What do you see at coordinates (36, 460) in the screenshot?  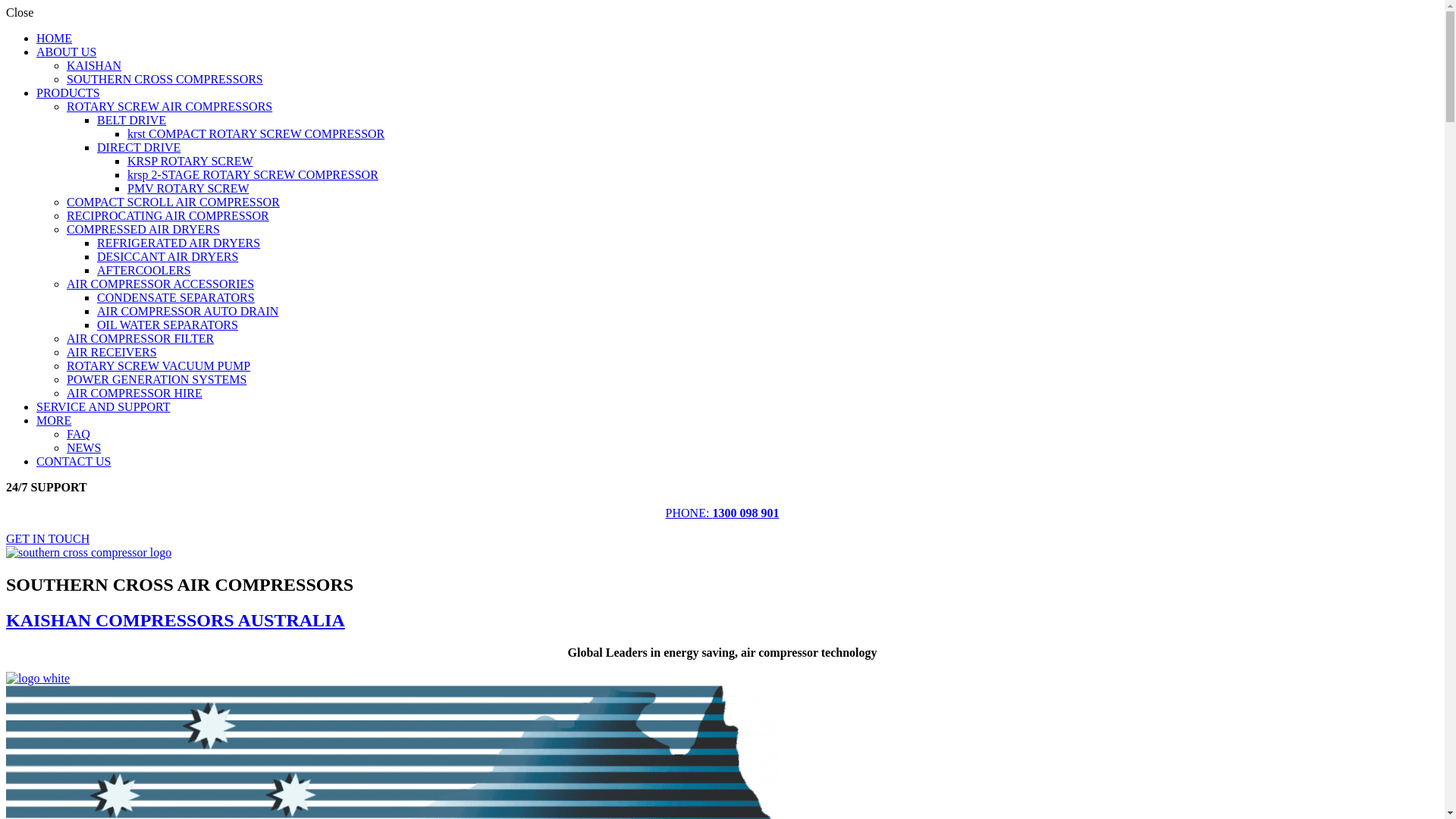 I see `'CONTACT US'` at bounding box center [36, 460].